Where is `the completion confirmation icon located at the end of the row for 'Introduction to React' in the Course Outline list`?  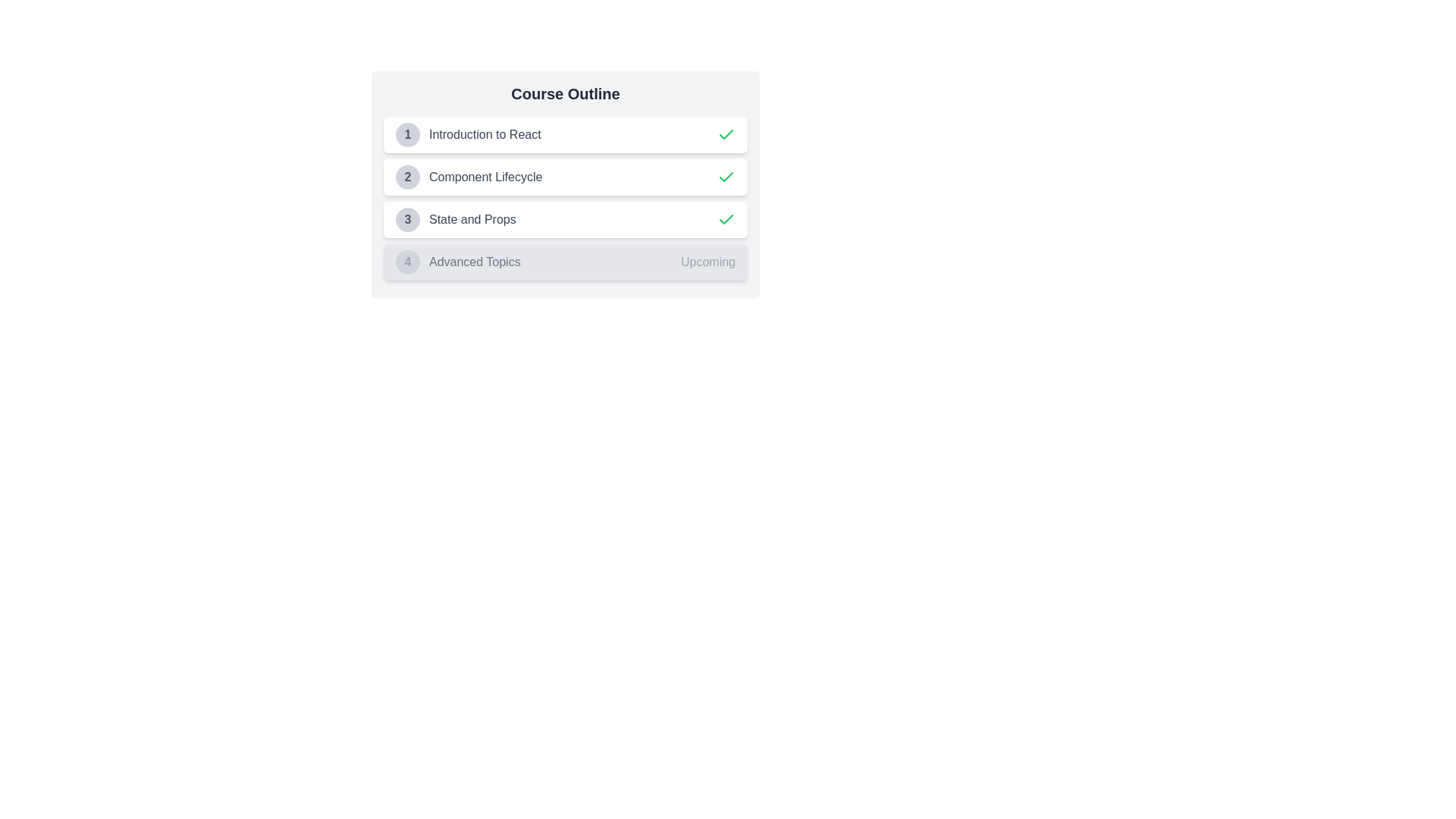
the completion confirmation icon located at the end of the row for 'Introduction to React' in the Course Outline list is located at coordinates (726, 133).